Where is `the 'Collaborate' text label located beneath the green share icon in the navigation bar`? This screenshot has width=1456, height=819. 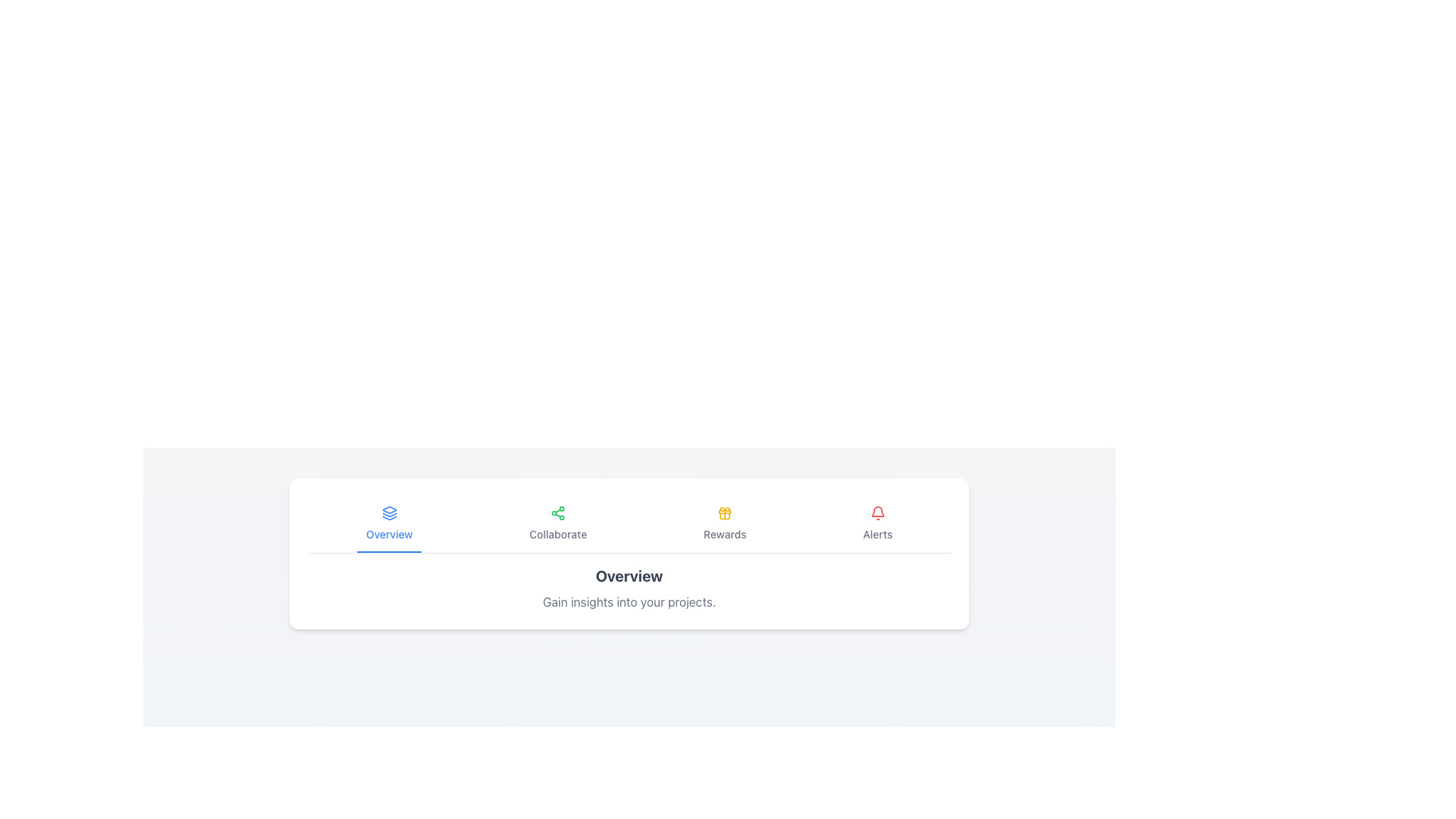
the 'Collaborate' text label located beneath the green share icon in the navigation bar is located at coordinates (557, 534).